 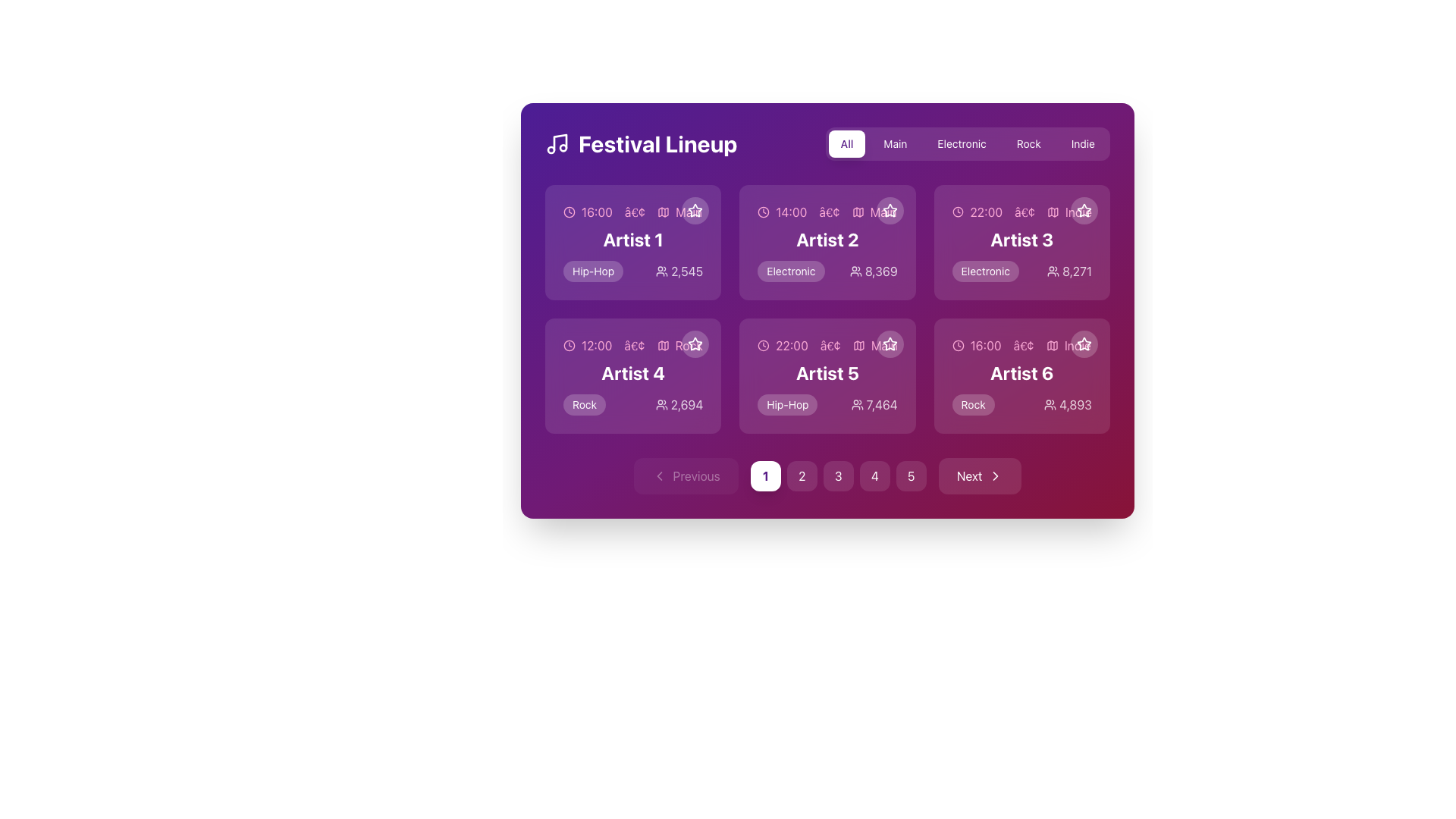 What do you see at coordinates (1083, 343) in the screenshot?
I see `the star icon located within the card for 'Artist 6' to mark or unmark it as a favorite` at bounding box center [1083, 343].